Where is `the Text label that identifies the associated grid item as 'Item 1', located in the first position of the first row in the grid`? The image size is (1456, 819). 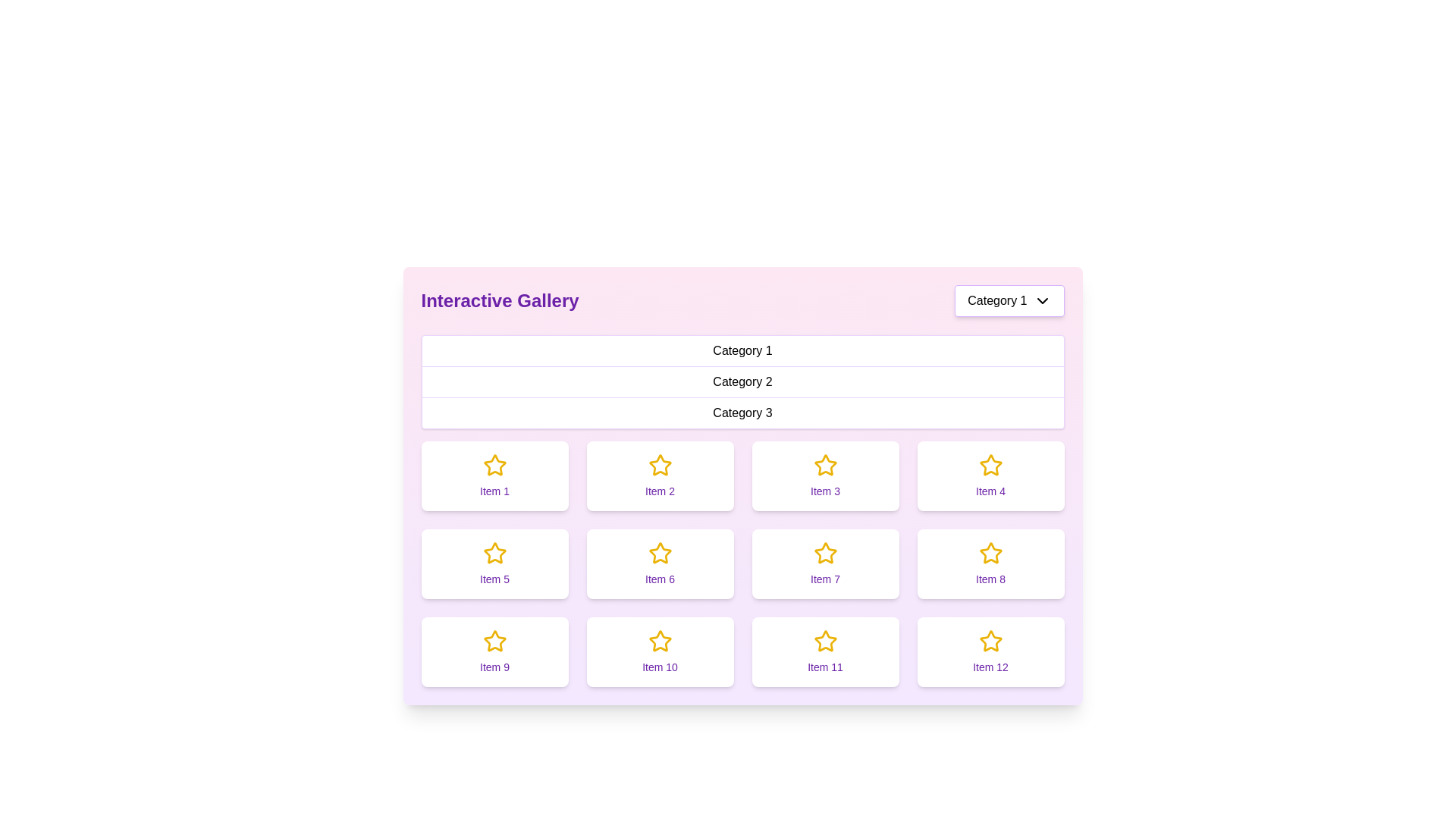 the Text label that identifies the associated grid item as 'Item 1', located in the first position of the first row in the grid is located at coordinates (494, 491).